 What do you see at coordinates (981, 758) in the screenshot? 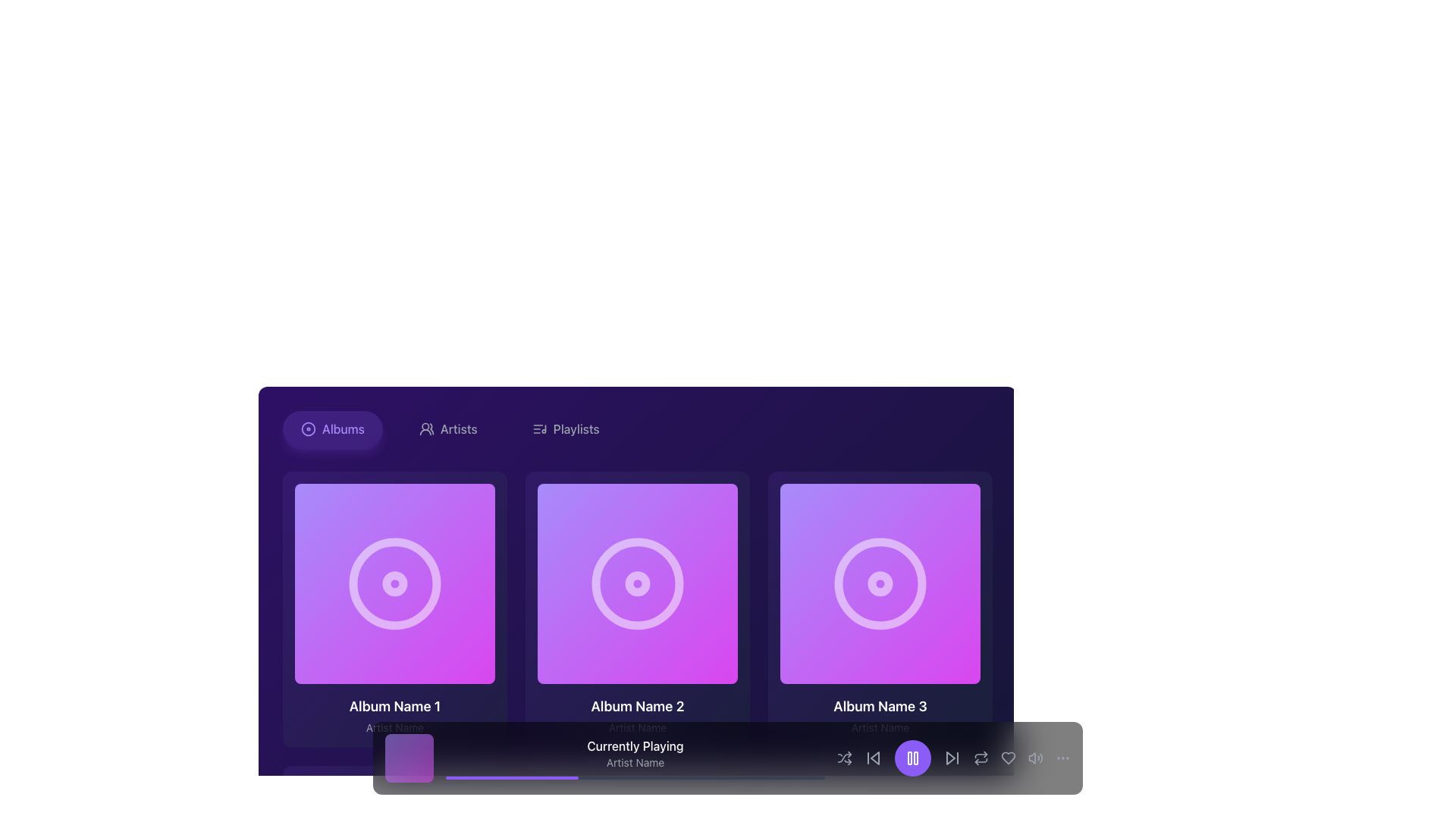
I see `the repeat button icon, which is styled with two arrows forming a circular motion` at bounding box center [981, 758].